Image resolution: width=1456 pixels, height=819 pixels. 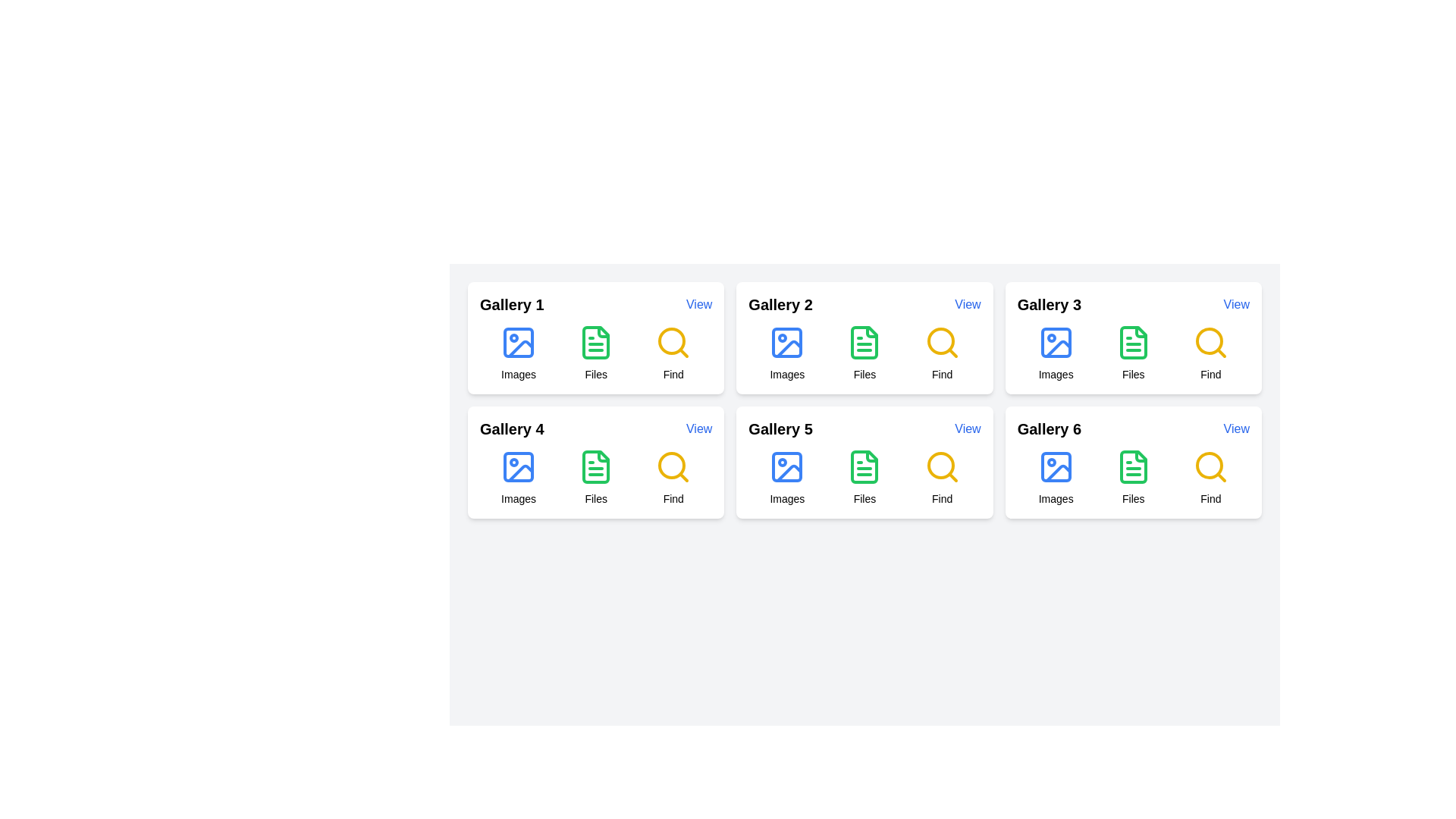 I want to click on the text label that provides context for the yellow search icon in the 'Gallery 2' section of the interface, so click(x=673, y=374).